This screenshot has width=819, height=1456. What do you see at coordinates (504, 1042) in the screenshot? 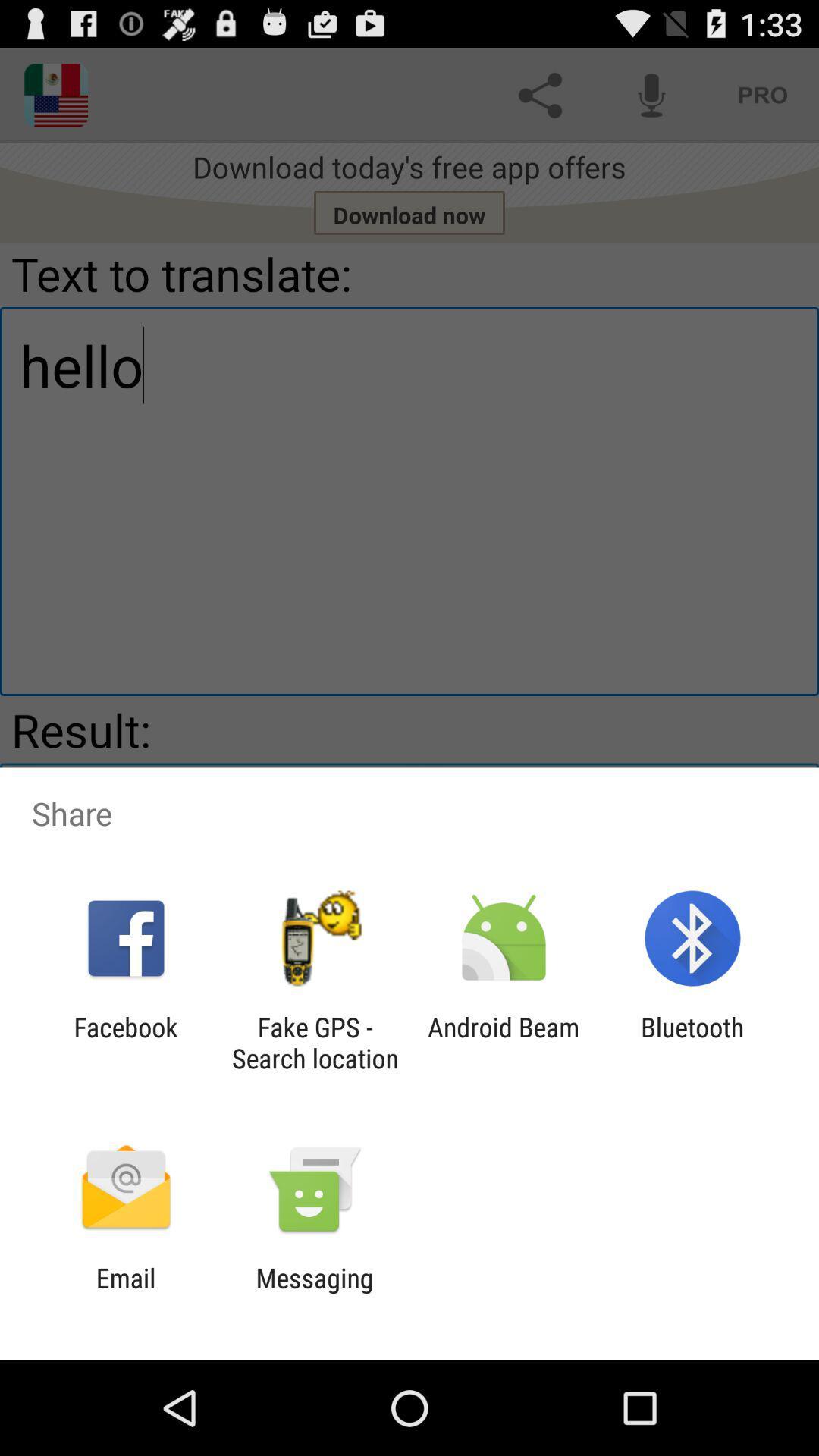
I see `icon to the left of bluetooth app` at bounding box center [504, 1042].